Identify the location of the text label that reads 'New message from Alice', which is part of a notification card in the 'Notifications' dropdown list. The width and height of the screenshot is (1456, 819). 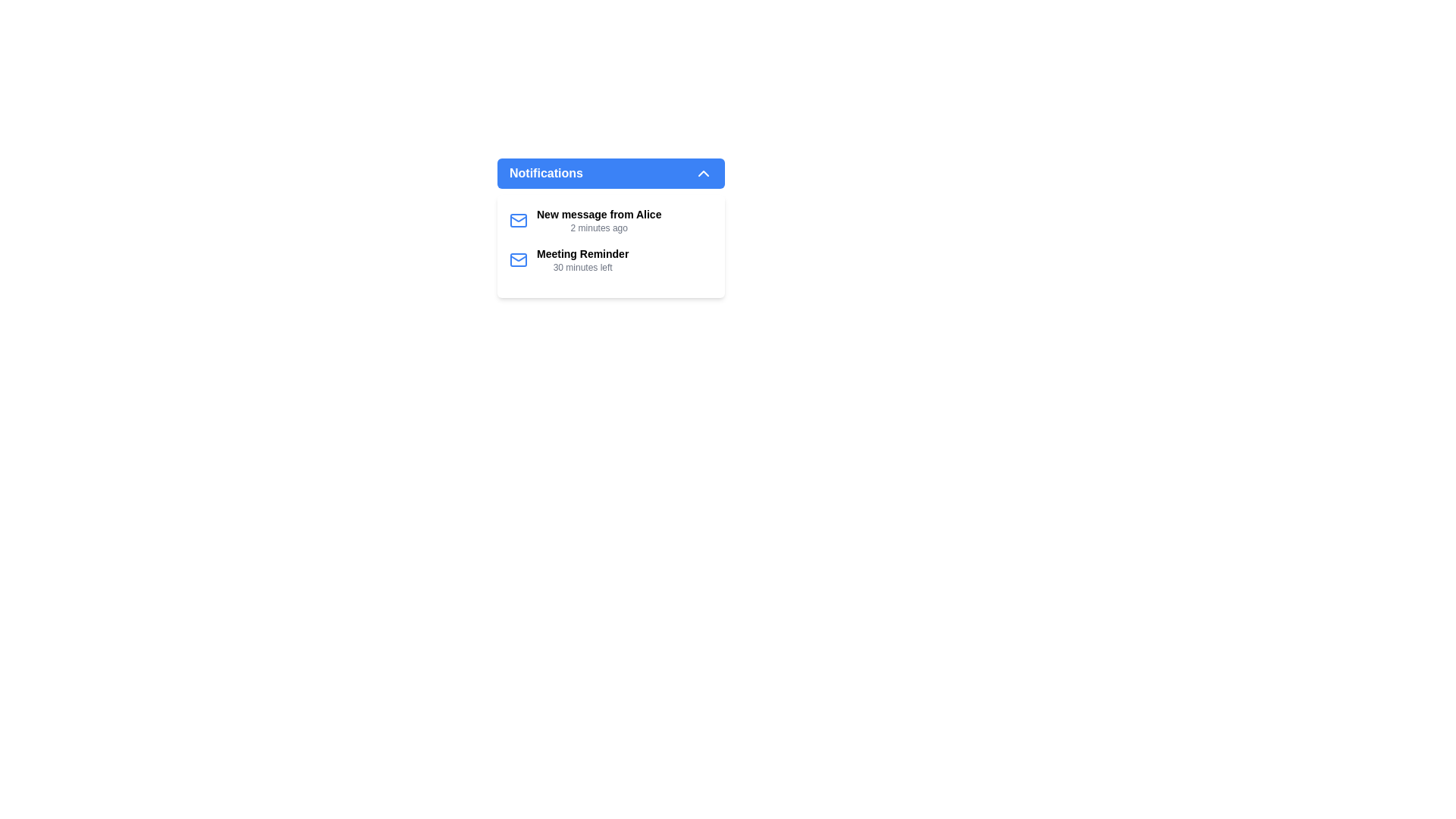
(598, 214).